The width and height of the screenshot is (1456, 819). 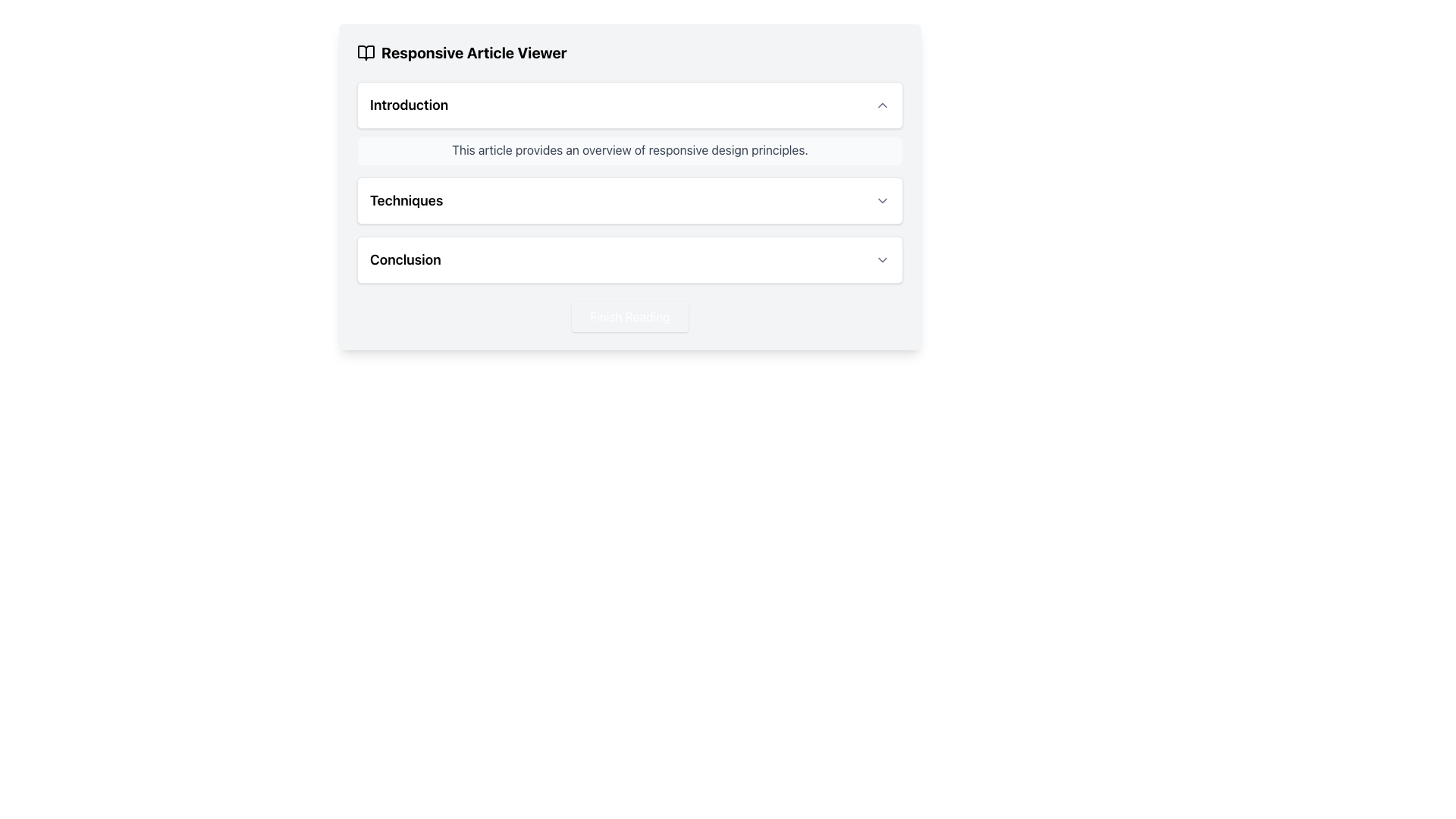 I want to click on the 'Techniques' collapsible list item, which is the second item under 'Responsive Article Viewer', so click(x=629, y=200).